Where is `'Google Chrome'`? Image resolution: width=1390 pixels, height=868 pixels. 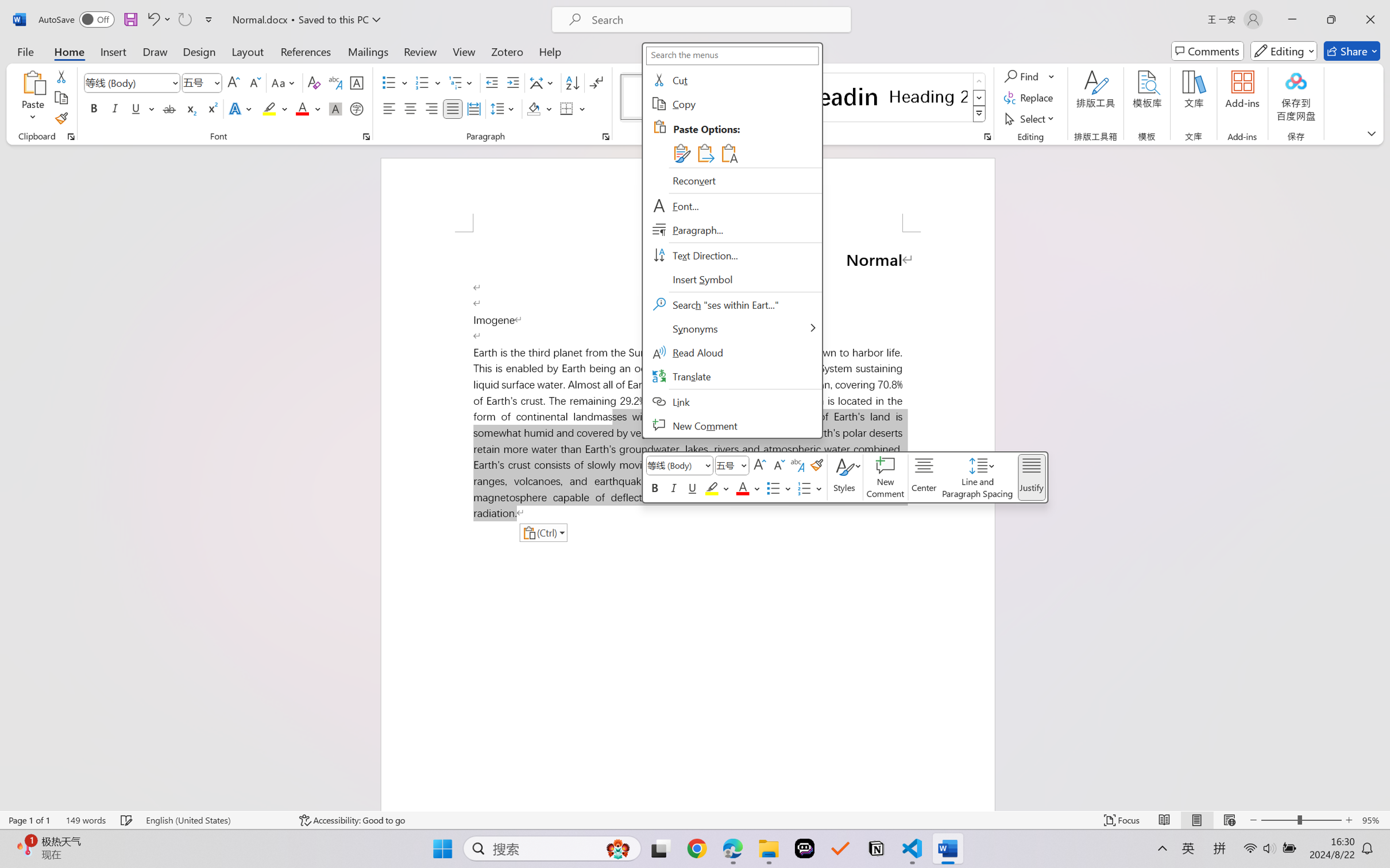
'Google Chrome' is located at coordinates (697, 848).